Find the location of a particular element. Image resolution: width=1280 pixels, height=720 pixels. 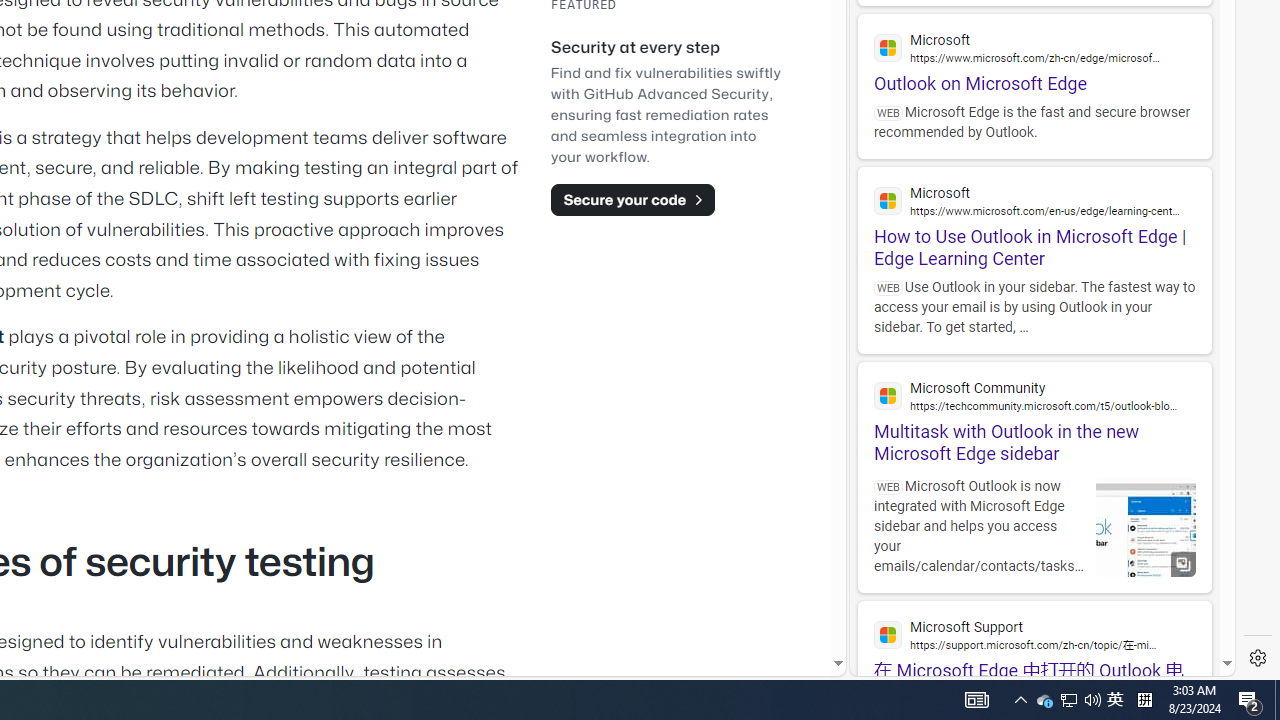

'Microsoft Support' is located at coordinates (1034, 634).